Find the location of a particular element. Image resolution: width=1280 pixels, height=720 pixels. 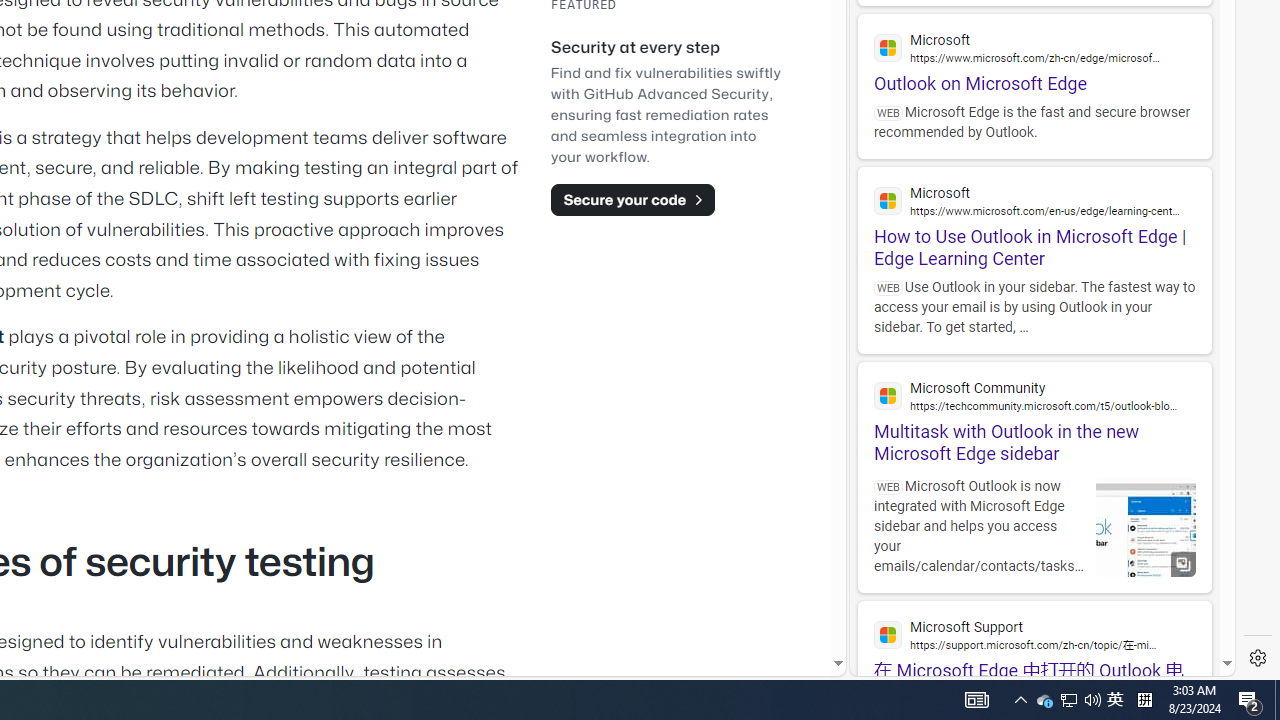

'Microsoft Support' is located at coordinates (1034, 634).